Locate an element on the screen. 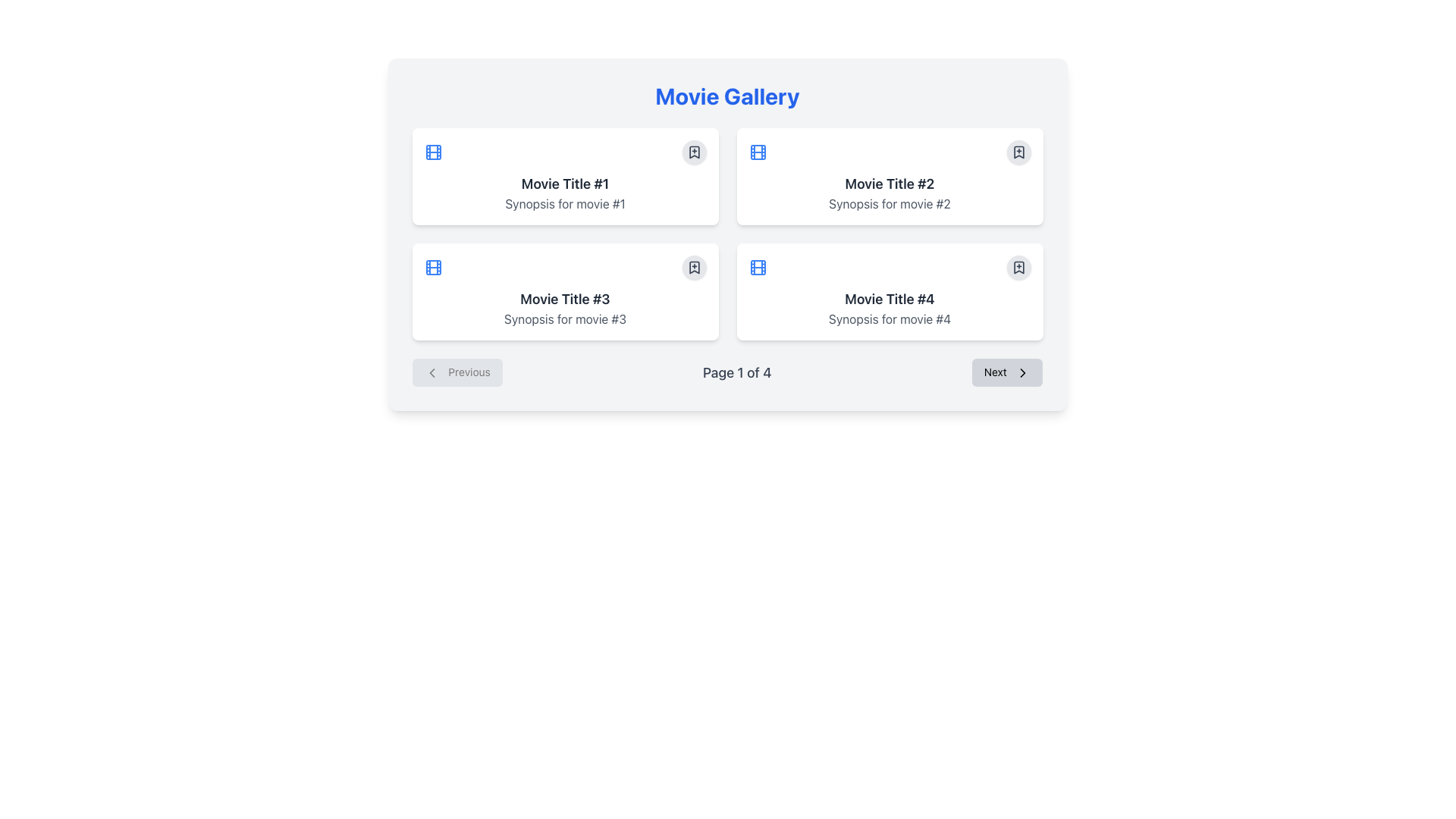 This screenshot has height=819, width=1456. the non-interactive movie icon located in the top-left corner of the card for 'Movie Title #4', positioned above the text of the same title is located at coordinates (758, 267).